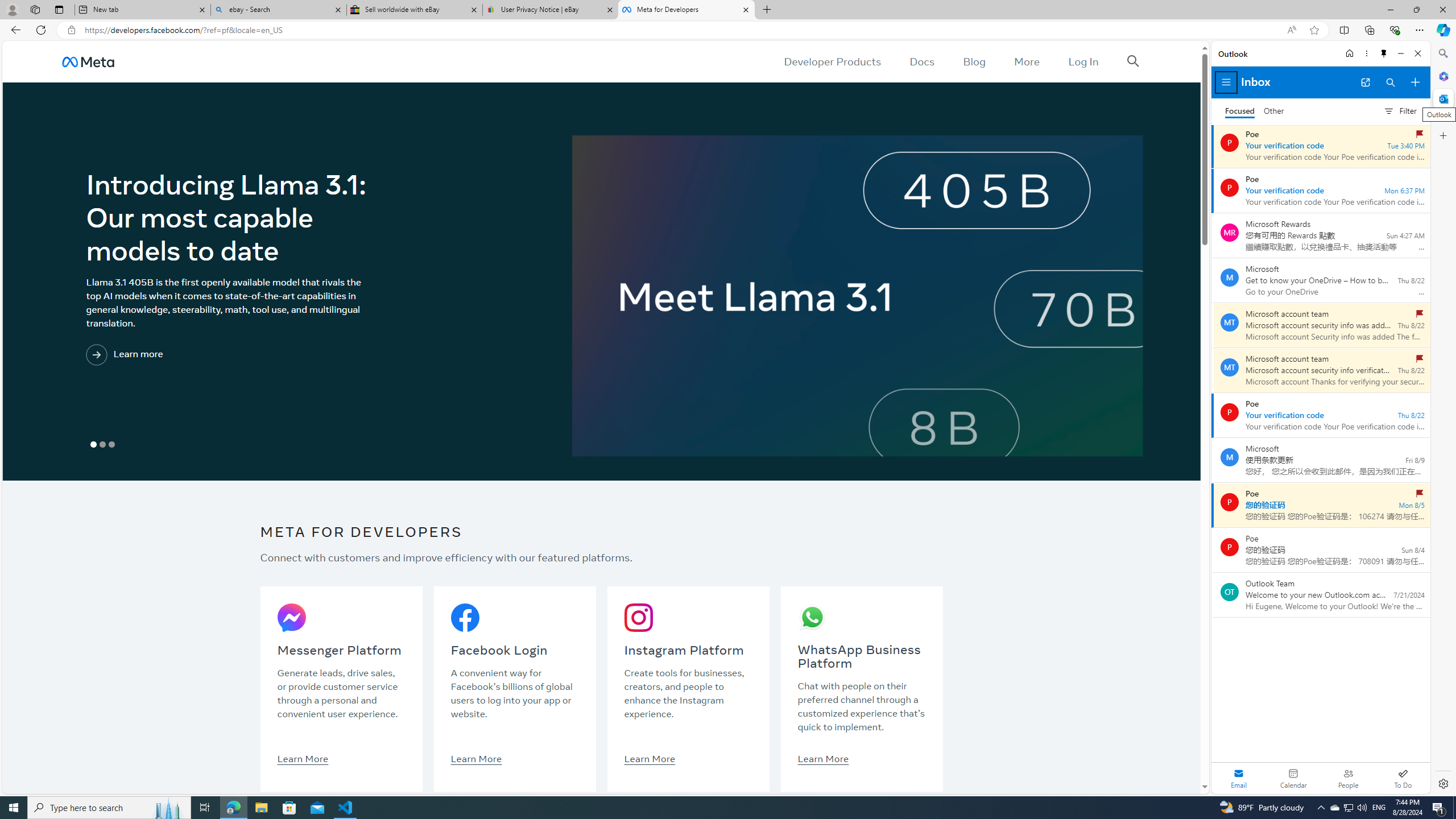  What do you see at coordinates (1027, 61) in the screenshot?
I see `'More'` at bounding box center [1027, 61].